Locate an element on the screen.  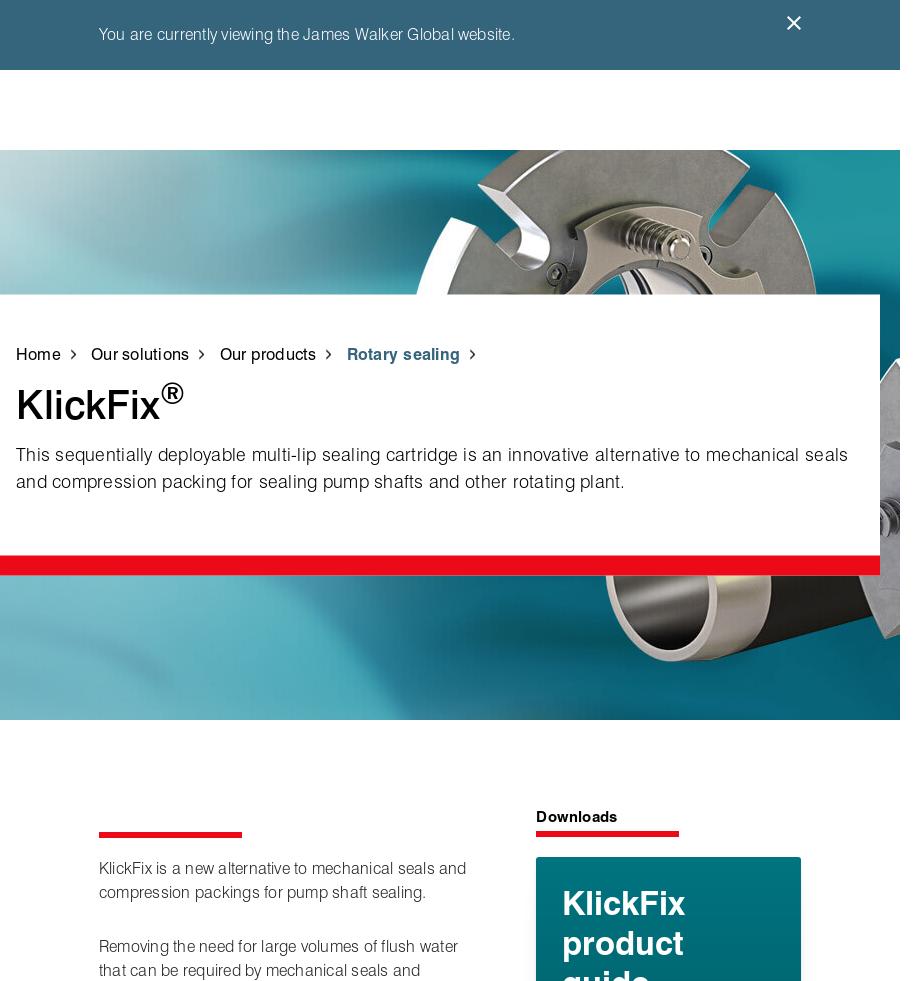
'About' is located at coordinates (722, 335).